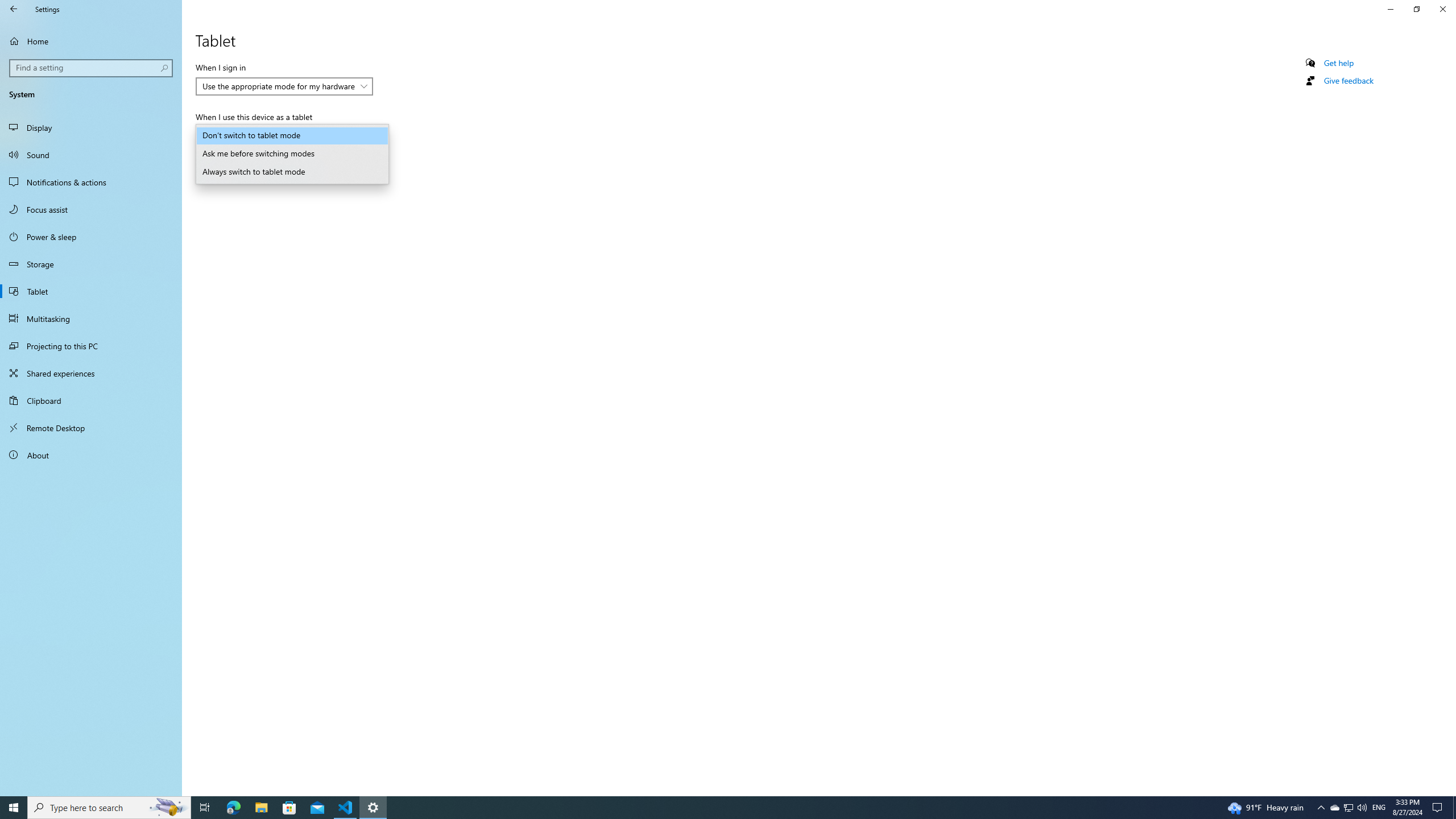  I want to click on 'Use the appropriate mode for my hardware', so click(278, 85).